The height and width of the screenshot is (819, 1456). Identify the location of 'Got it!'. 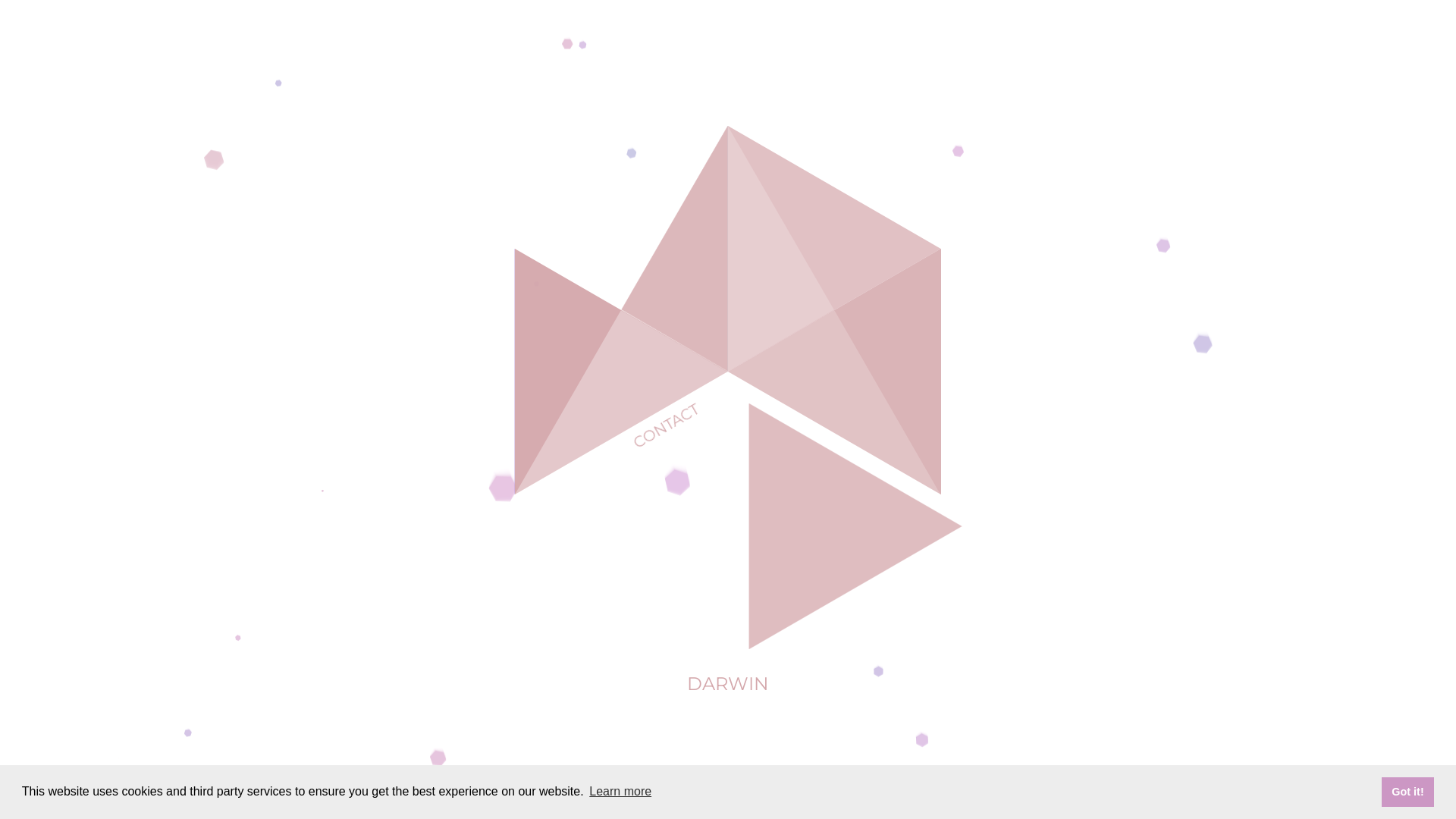
(1407, 791).